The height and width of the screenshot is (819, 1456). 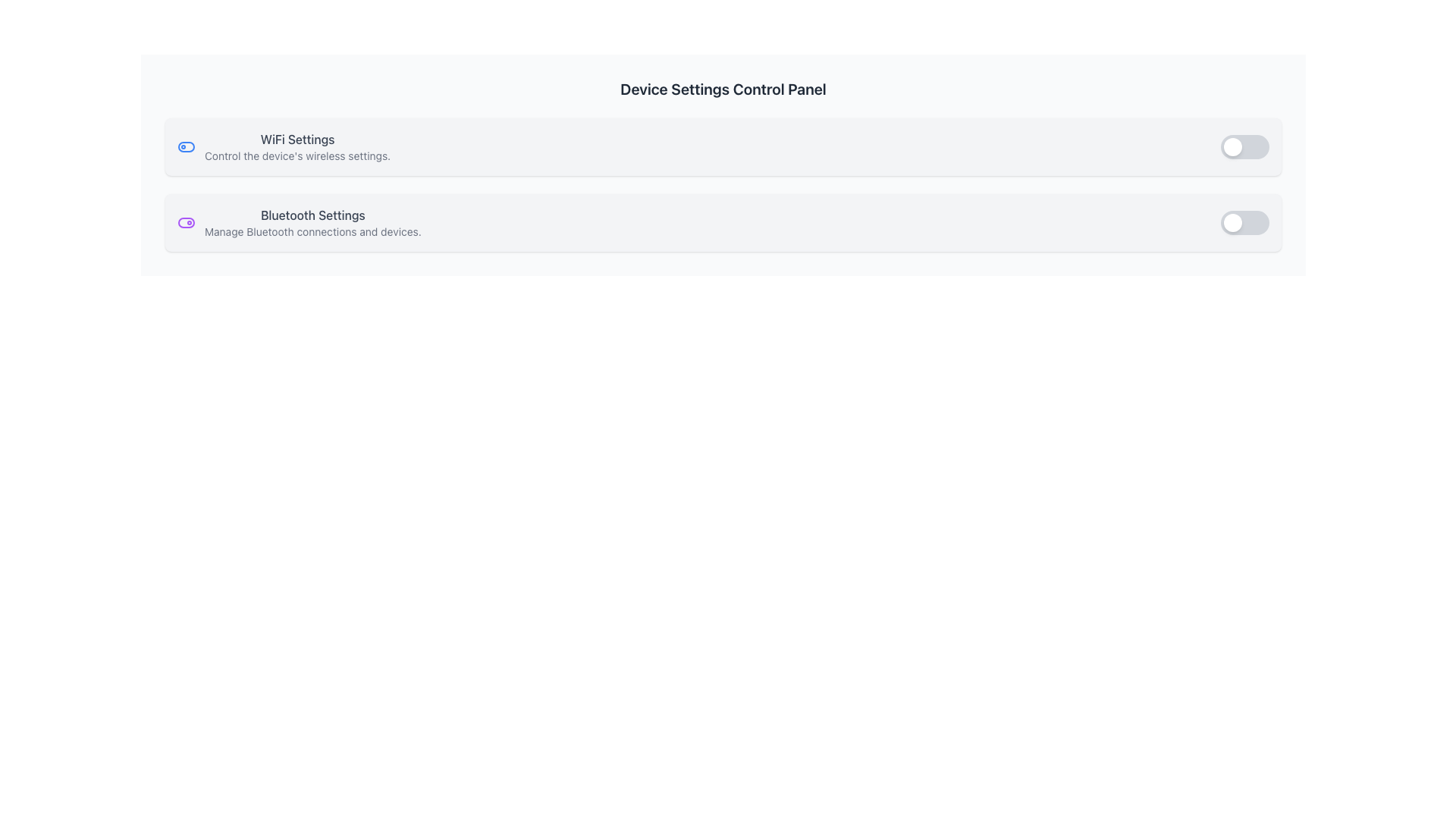 What do you see at coordinates (299, 222) in the screenshot?
I see `the Bluetooth settings informational card located in the top-left section of the settings menu, identified as the second item in a stack of options following 'WiFi Settings'` at bounding box center [299, 222].